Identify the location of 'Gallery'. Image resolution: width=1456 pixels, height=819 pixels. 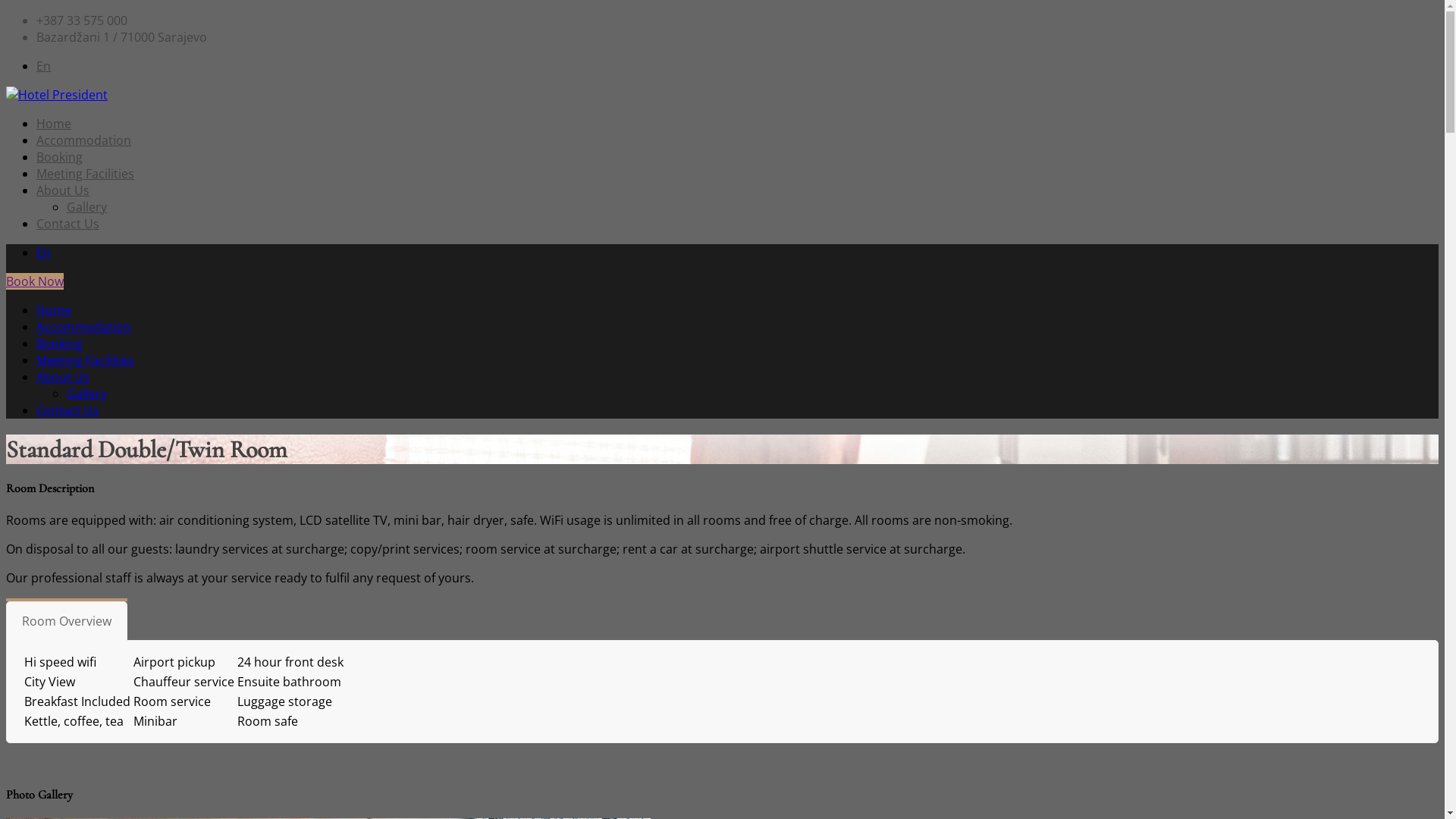
(65, 393).